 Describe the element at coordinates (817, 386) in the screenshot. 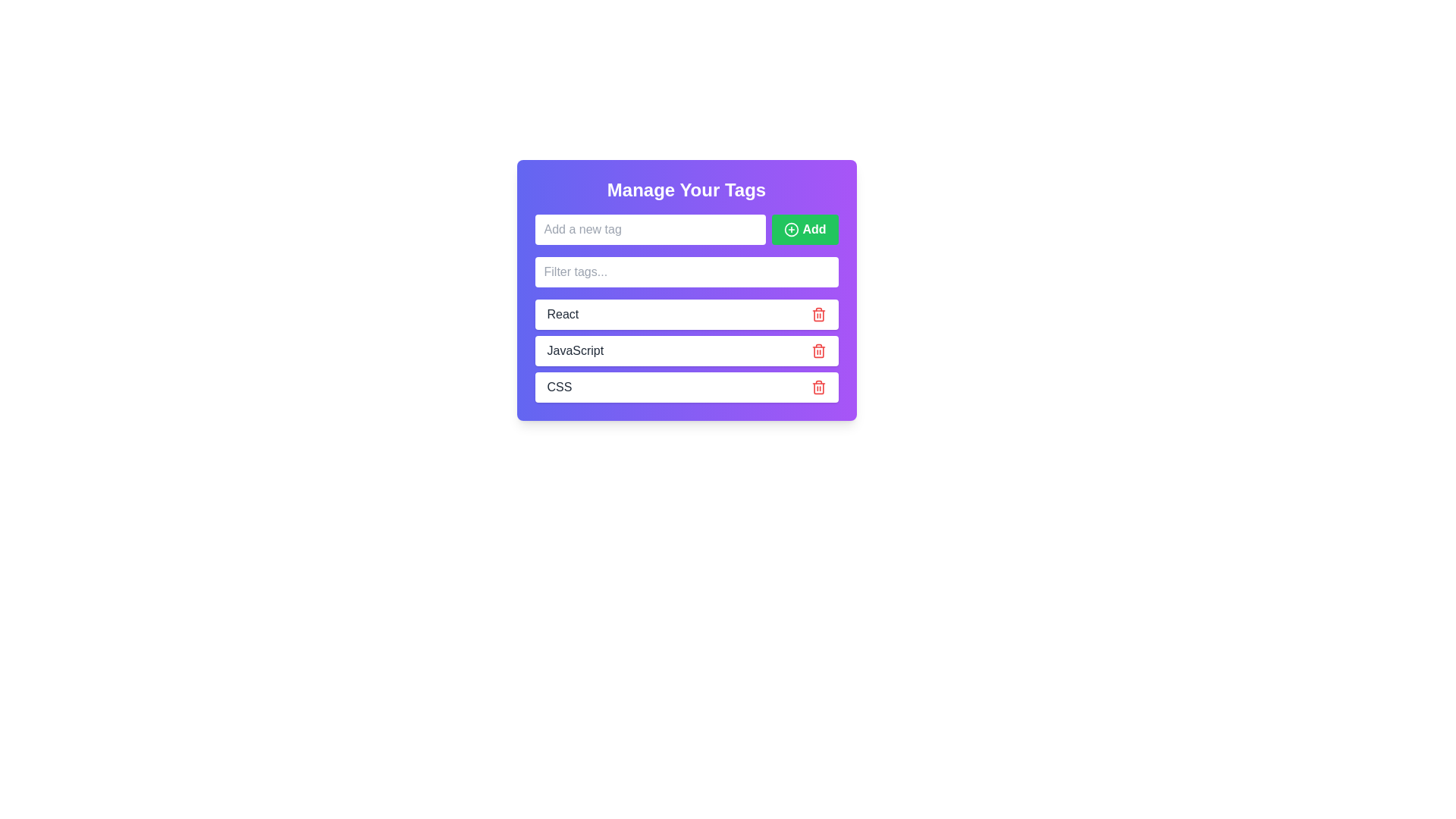

I see `the red-colored trash icon associated with the 'CSS' entry in the list to observe a change in color` at that location.